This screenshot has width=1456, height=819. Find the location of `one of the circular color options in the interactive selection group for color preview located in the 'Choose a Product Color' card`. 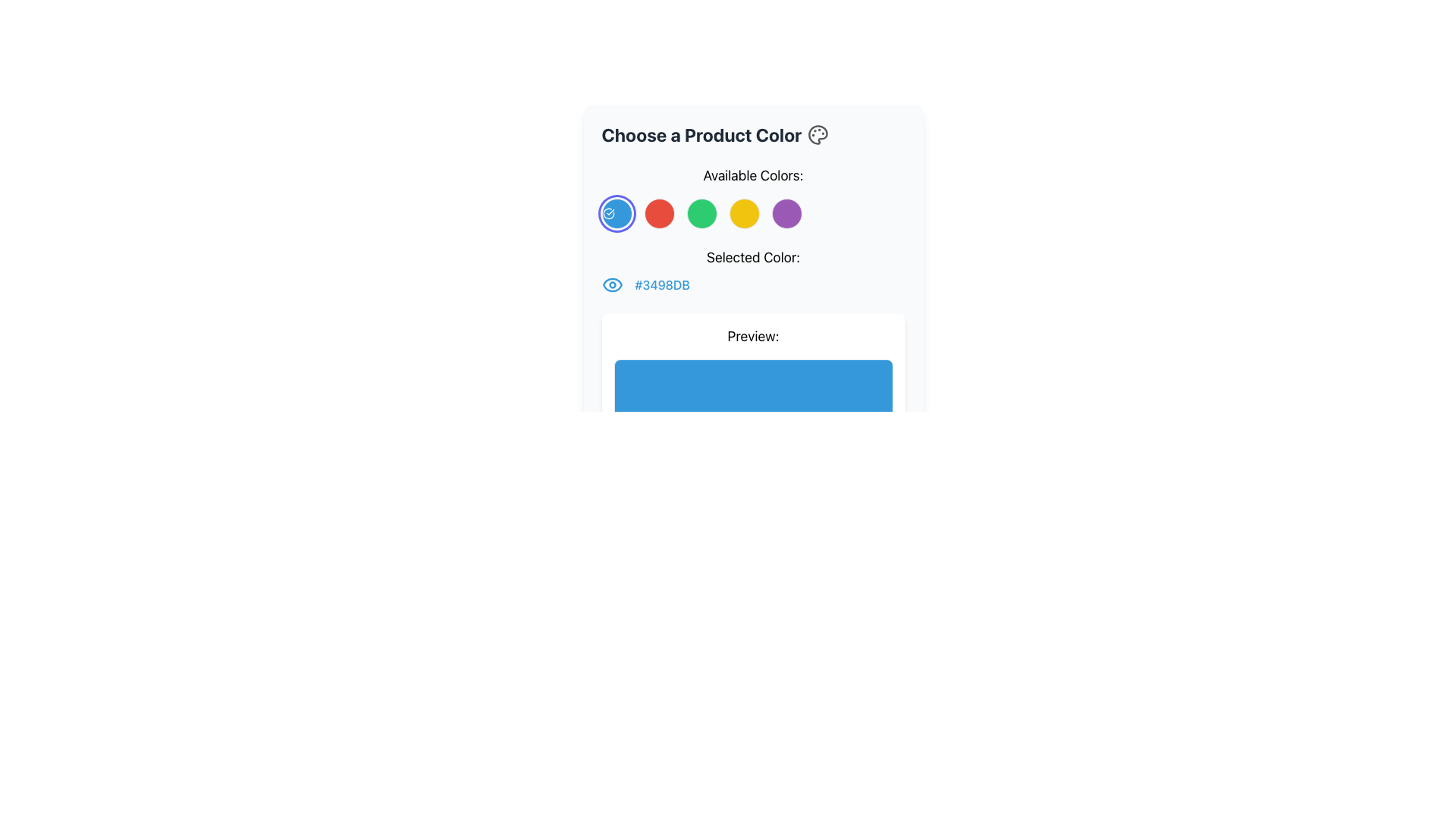

one of the circular color options in the interactive selection group for color preview located in the 'Choose a Product Color' card is located at coordinates (753, 196).